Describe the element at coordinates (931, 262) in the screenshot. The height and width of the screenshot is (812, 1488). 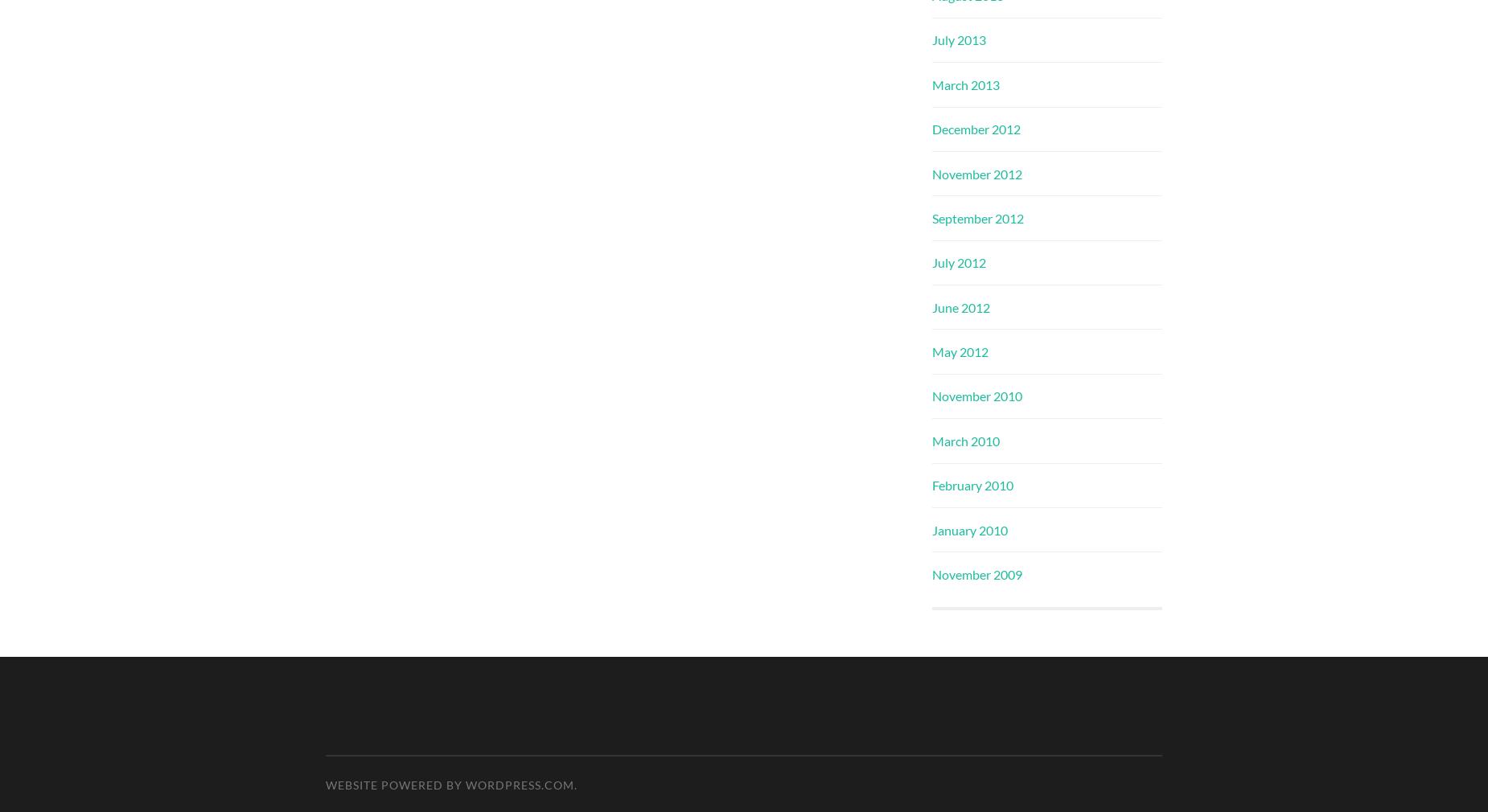
I see `'July 2012'` at that location.